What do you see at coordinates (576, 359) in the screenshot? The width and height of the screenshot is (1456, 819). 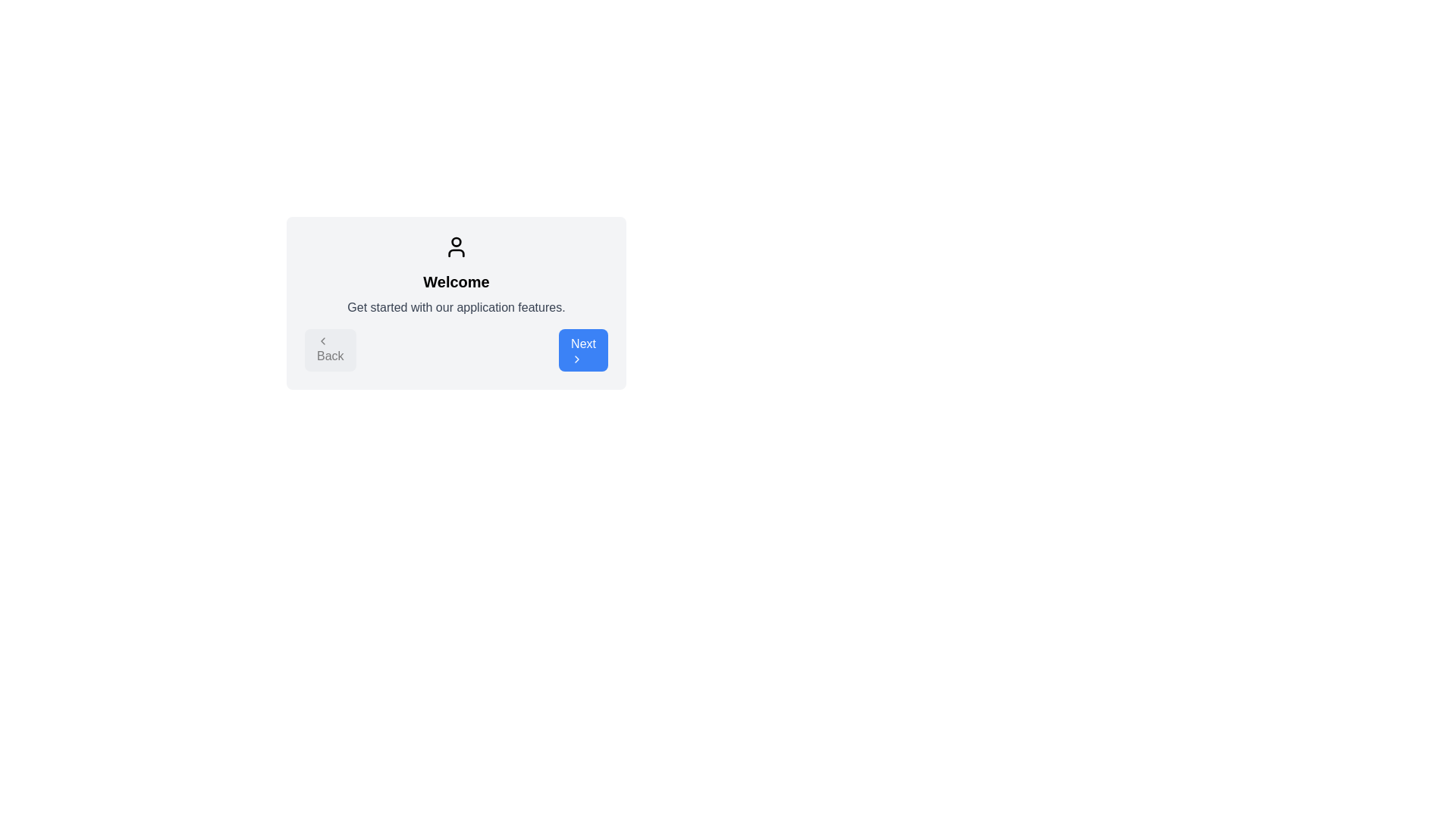 I see `the 'Next' button which contains a right-pointing chevron arrow icon, located at the bottom of the welcome dialogue` at bounding box center [576, 359].